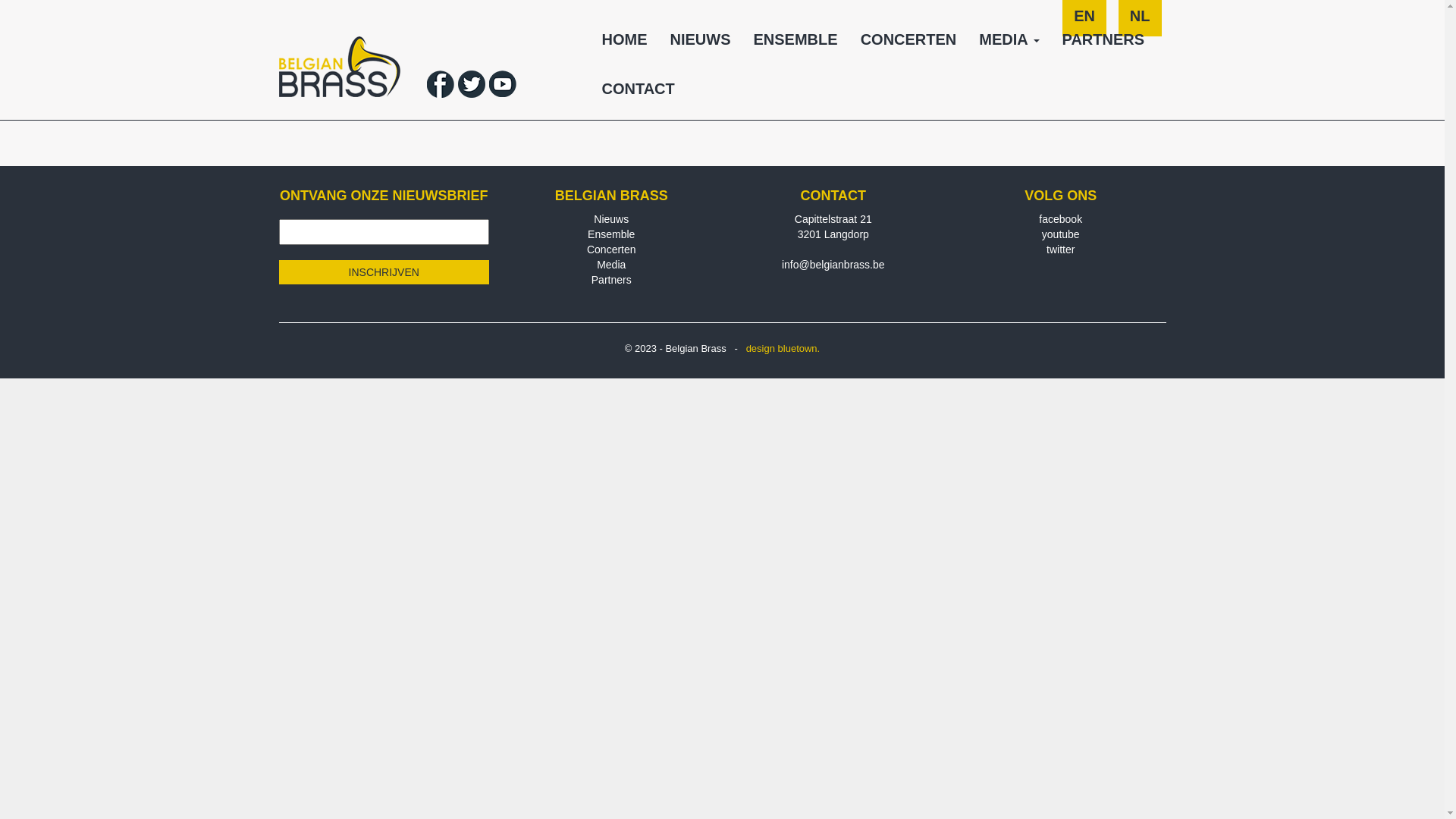 This screenshot has width=1456, height=819. What do you see at coordinates (592, 219) in the screenshot?
I see `'Nieuws'` at bounding box center [592, 219].